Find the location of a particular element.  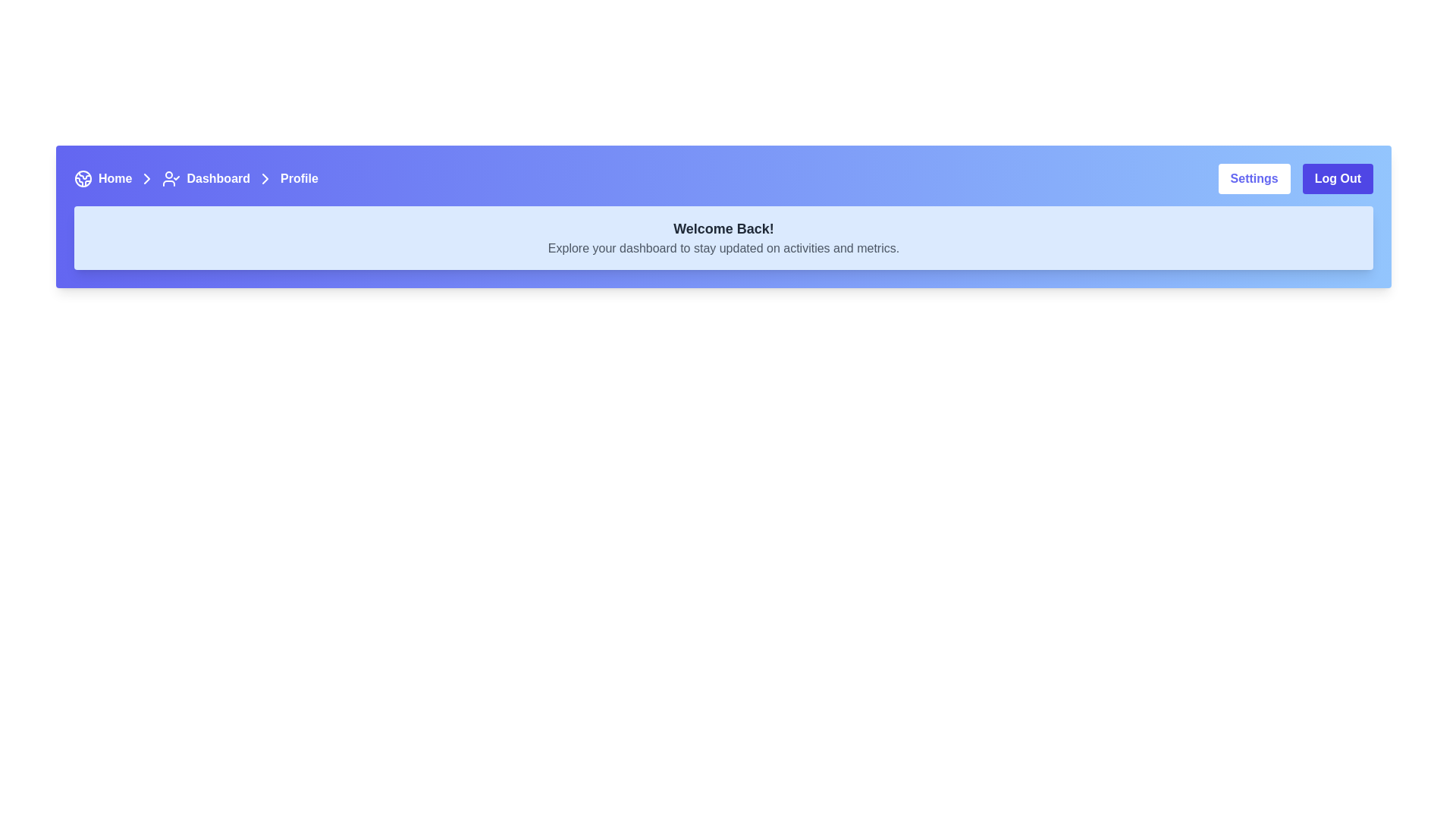

the Breadcrumb link located at the very left of the breadcrumb-style navigation bar is located at coordinates (118, 177).